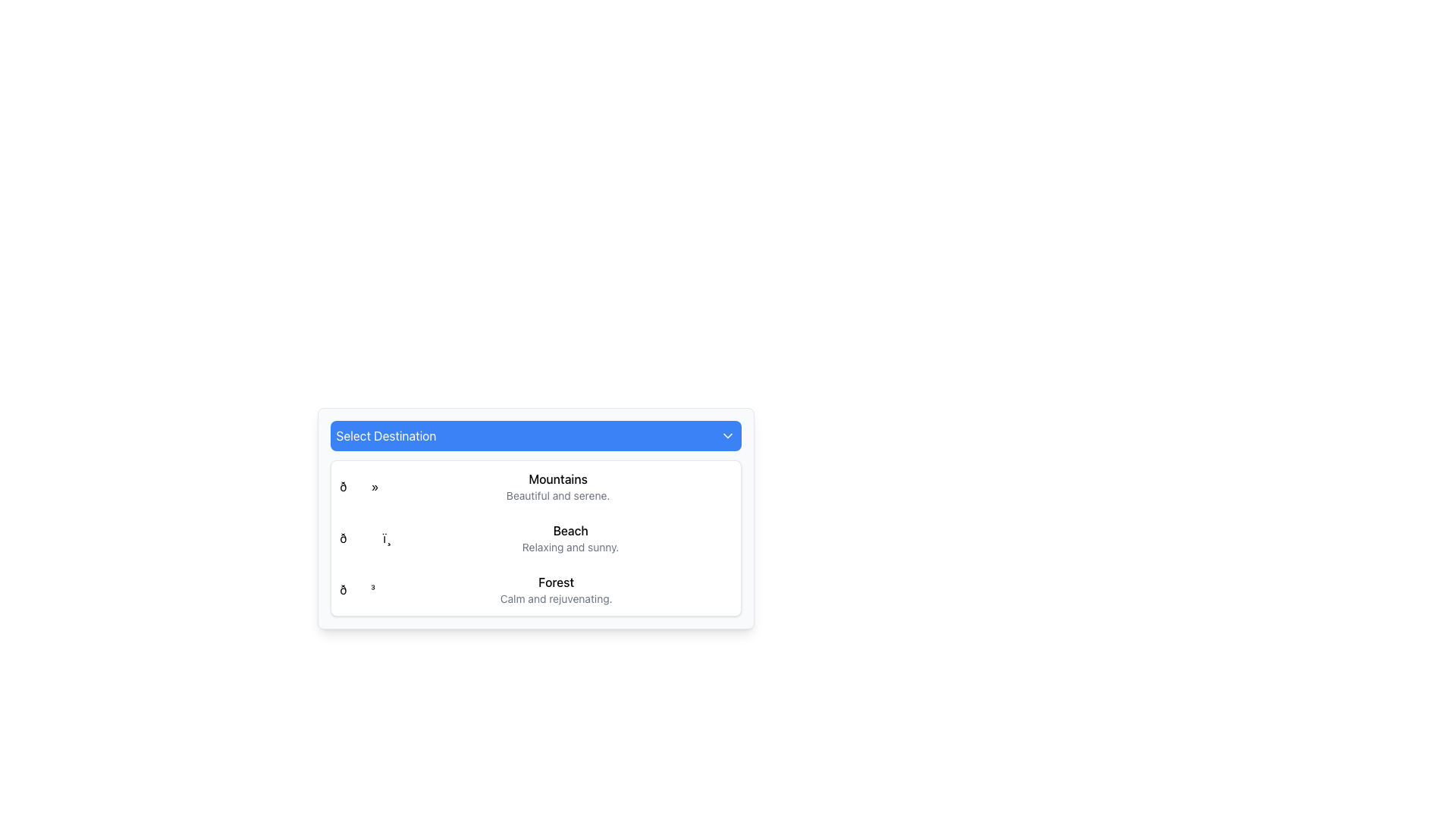  What do you see at coordinates (535, 589) in the screenshot?
I see `the 'Forest' dropdown menu option, which is the last item in the dropdown selection menu` at bounding box center [535, 589].